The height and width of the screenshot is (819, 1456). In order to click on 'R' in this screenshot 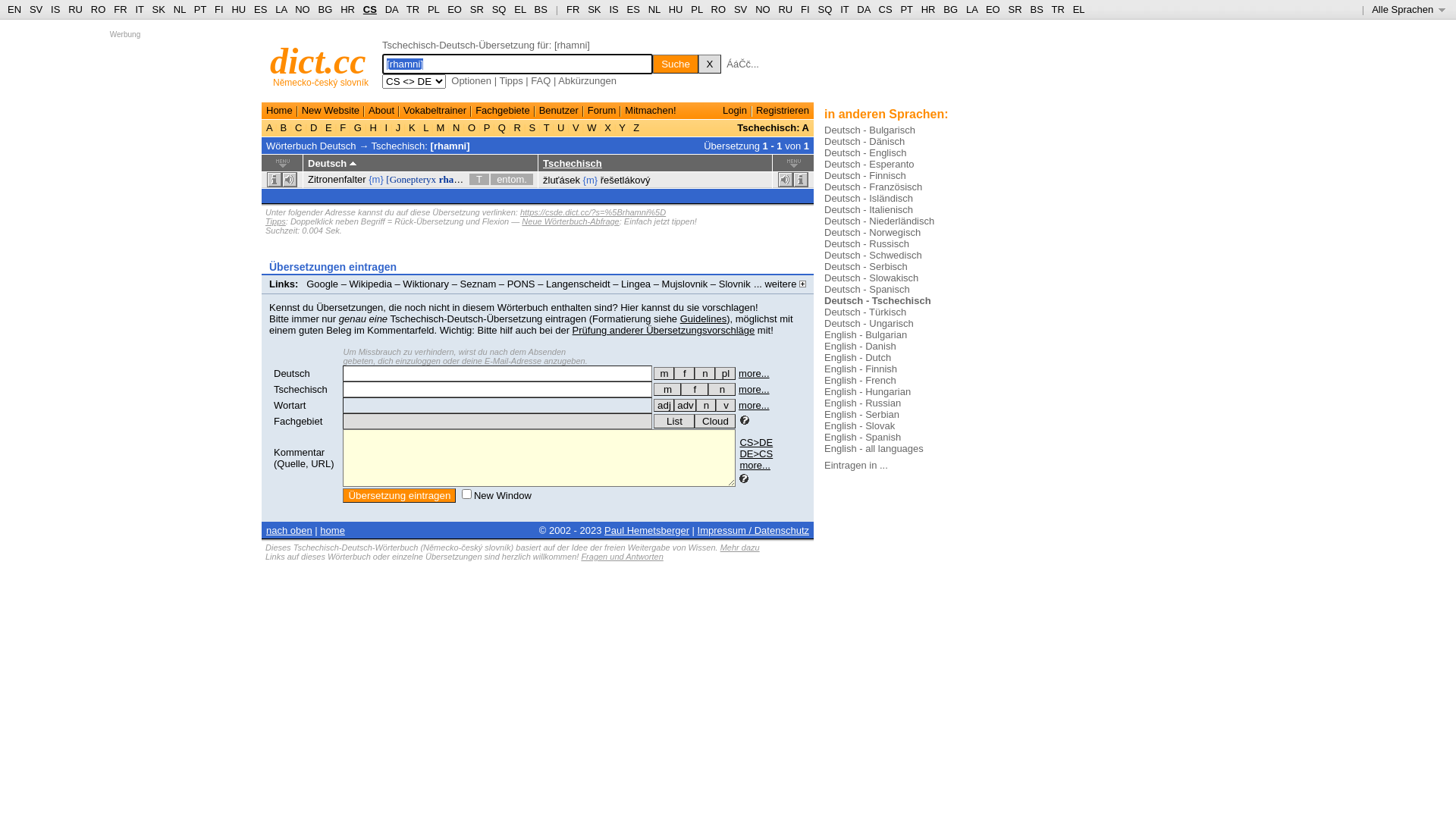, I will do `click(510, 127)`.